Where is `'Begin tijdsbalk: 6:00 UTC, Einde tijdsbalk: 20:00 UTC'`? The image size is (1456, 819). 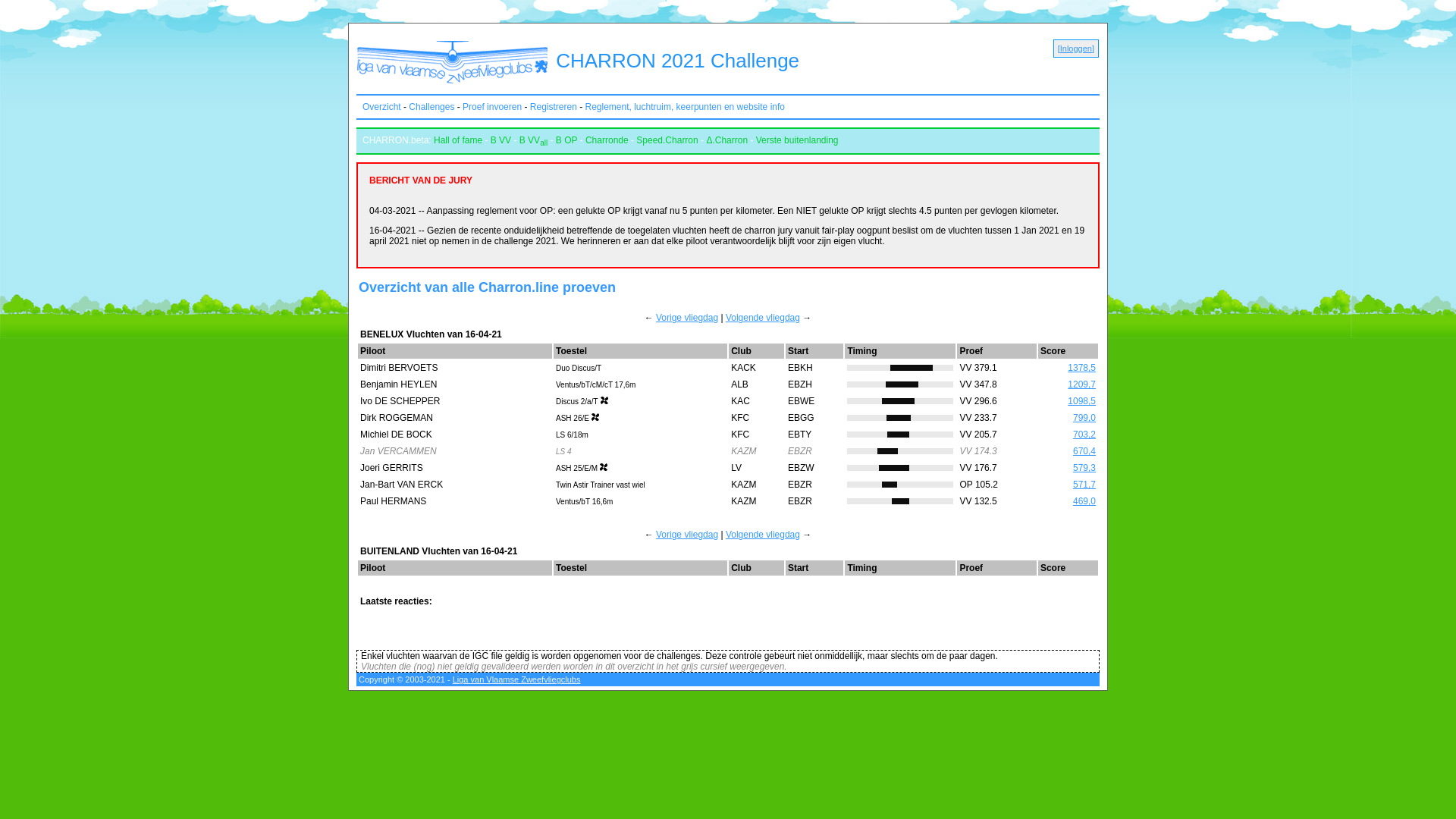 'Begin tijdsbalk: 6:00 UTC, Einde tijdsbalk: 20:00 UTC' is located at coordinates (899, 400).